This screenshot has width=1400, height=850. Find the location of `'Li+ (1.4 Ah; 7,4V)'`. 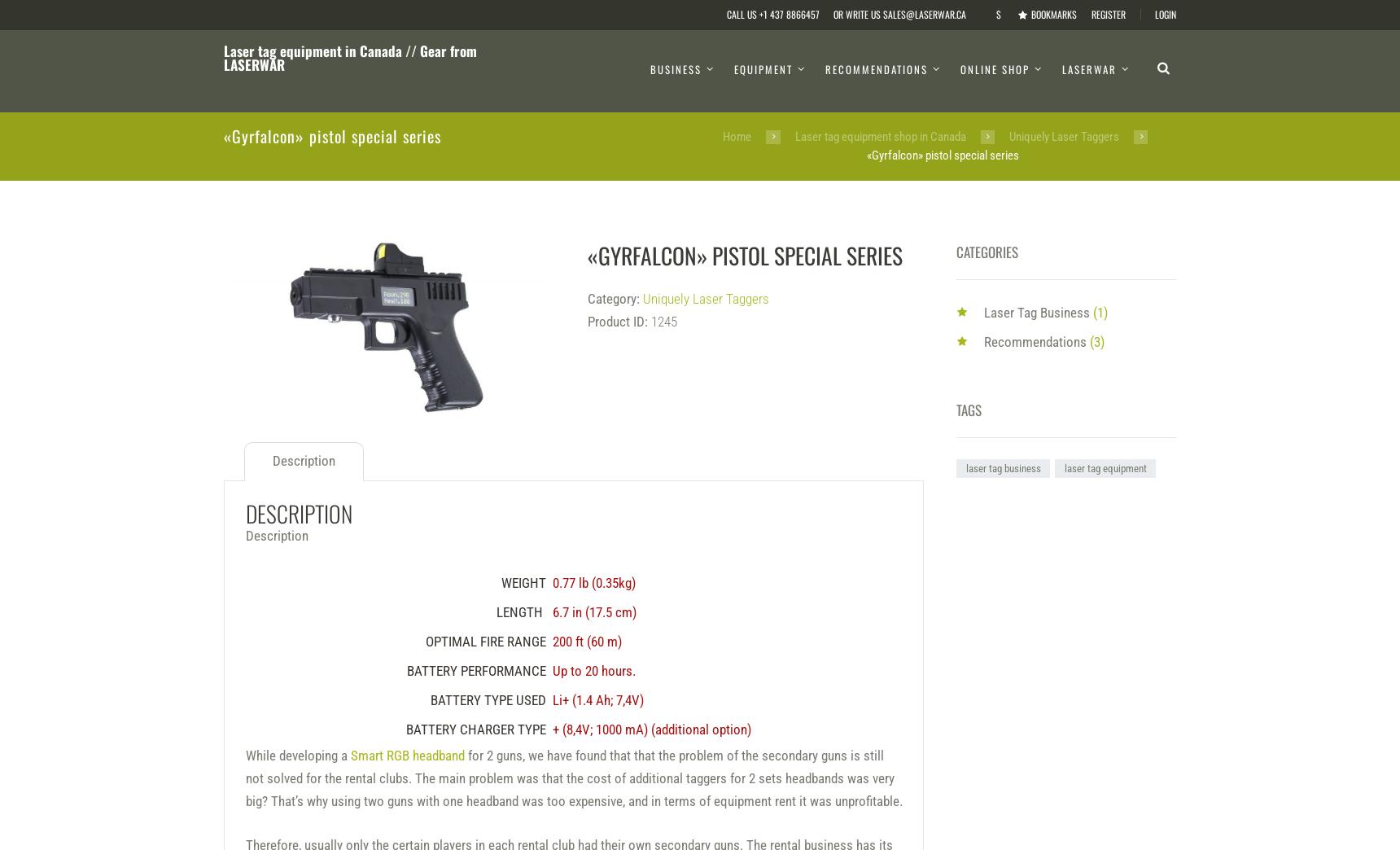

'Li+ (1.4 Ah; 7,4V)' is located at coordinates (552, 700).